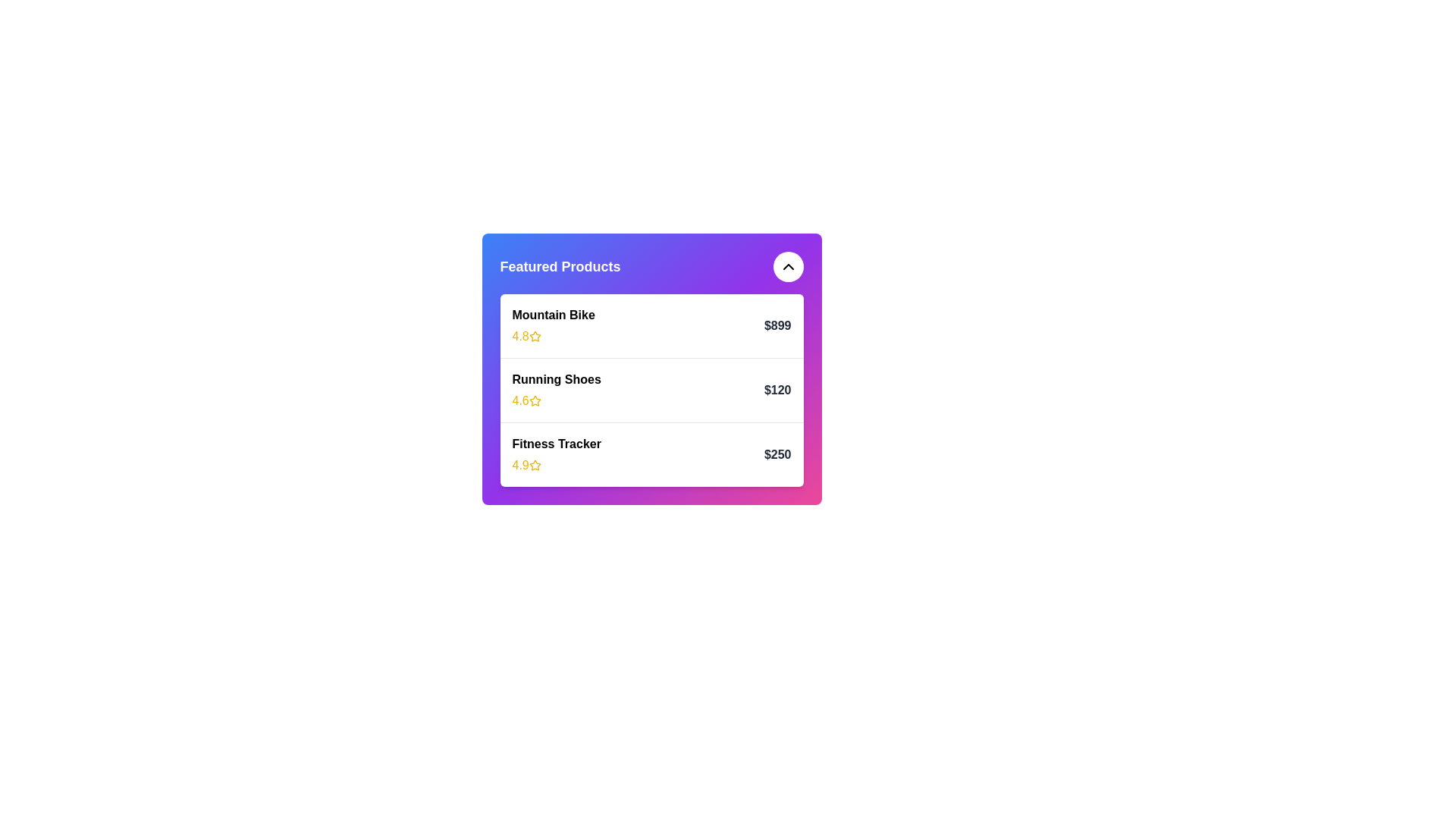 The height and width of the screenshot is (819, 1456). Describe the element at coordinates (535, 464) in the screenshot. I see `the yellow star icon used for rating purposes associated with the last product entry 'Fitness Tracker' with a rating of '4.9'` at that location.